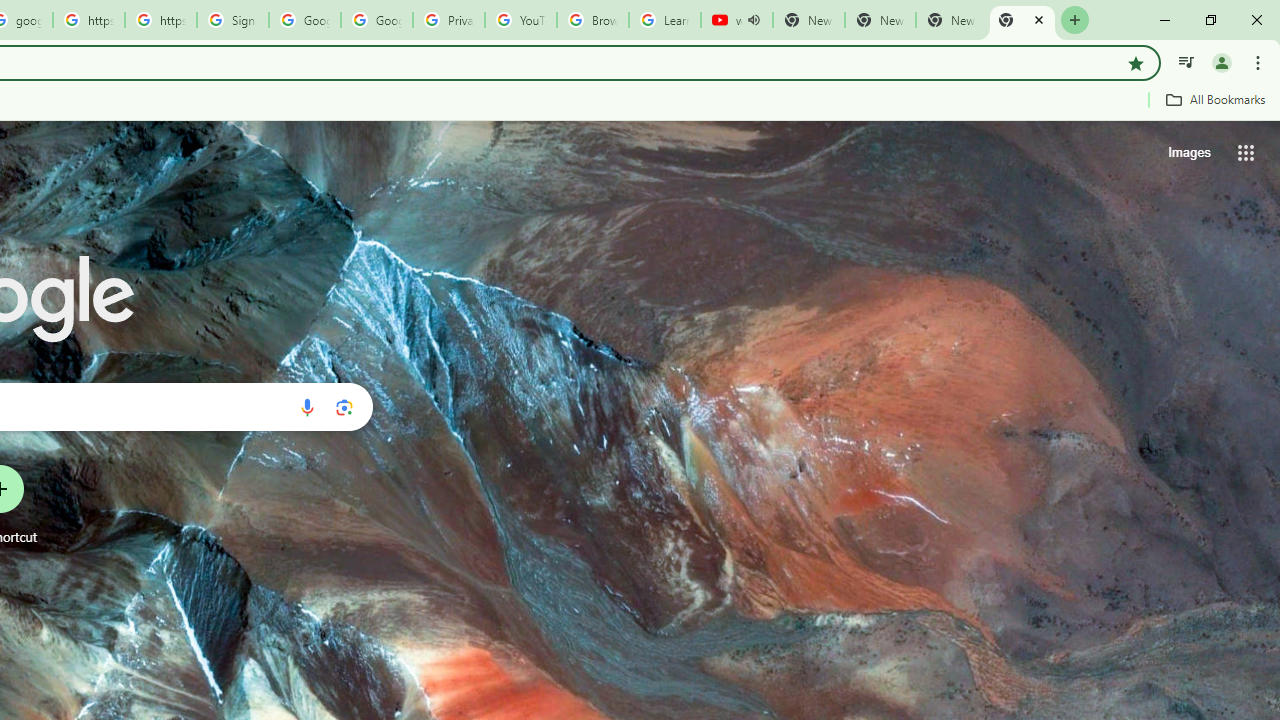  I want to click on 'YouTube', so click(520, 20).